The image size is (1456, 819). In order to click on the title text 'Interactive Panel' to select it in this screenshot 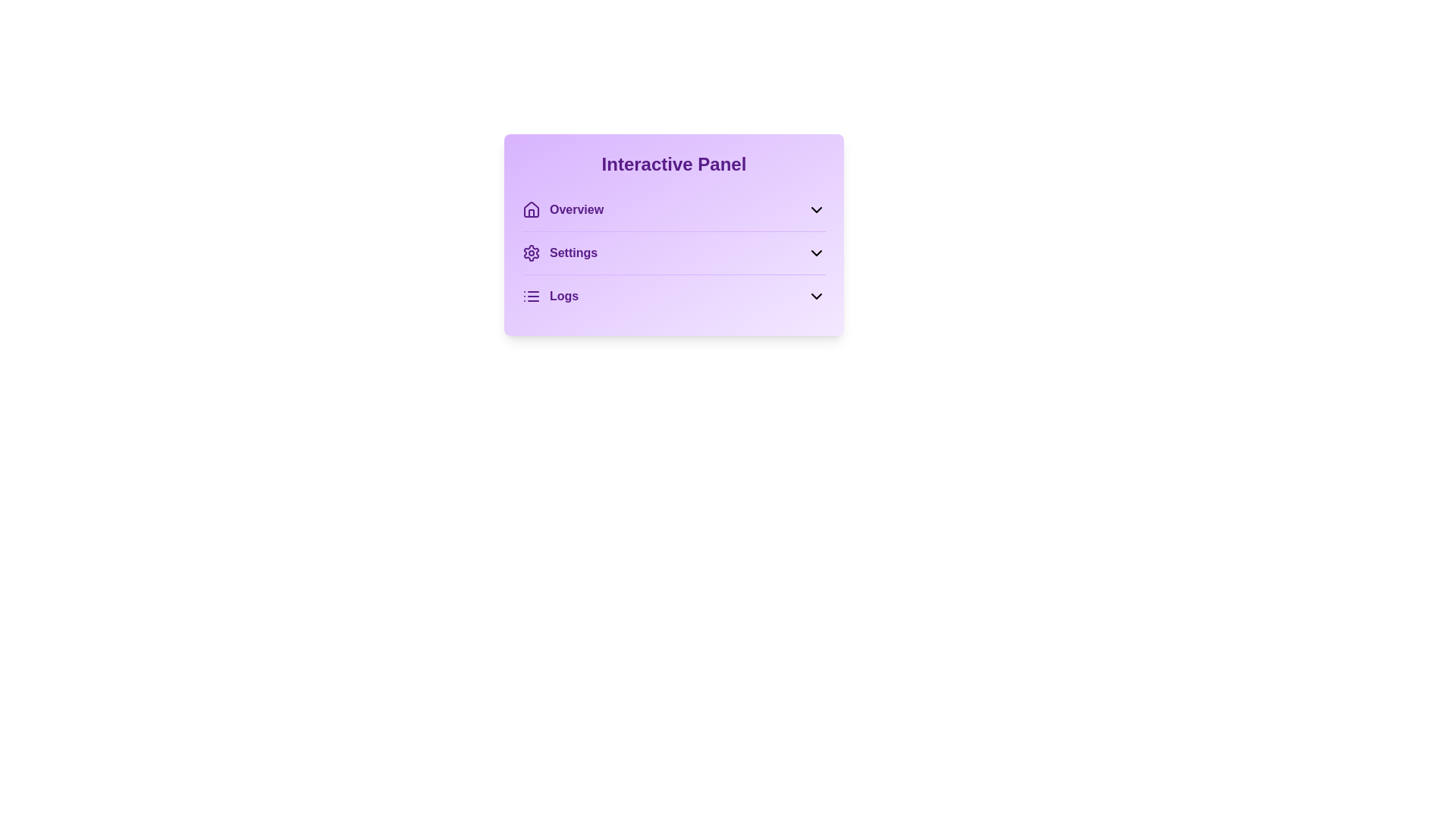, I will do `click(673, 164)`.